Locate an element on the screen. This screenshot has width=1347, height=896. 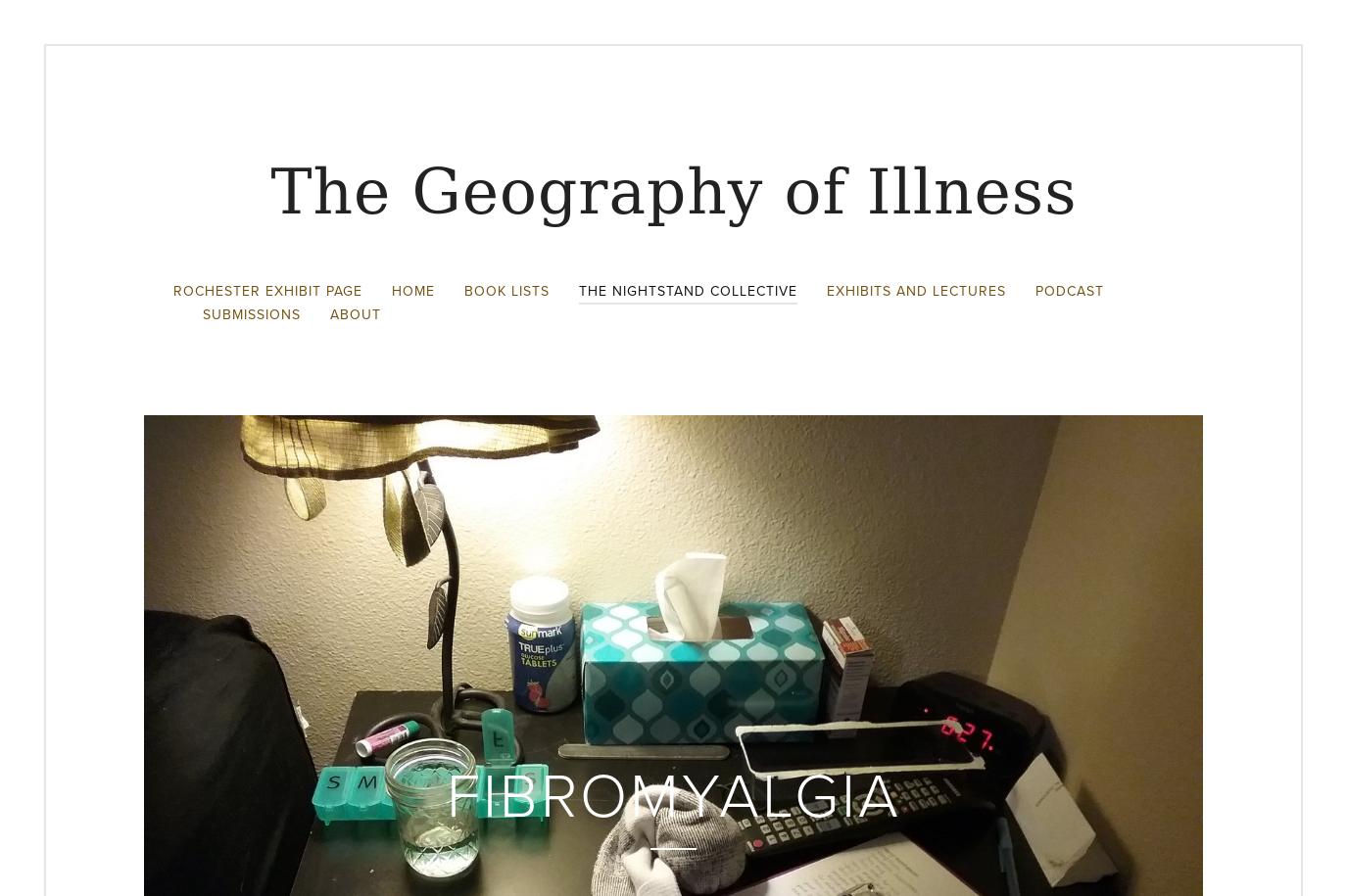
'The Nightstand Collective' is located at coordinates (577, 289).